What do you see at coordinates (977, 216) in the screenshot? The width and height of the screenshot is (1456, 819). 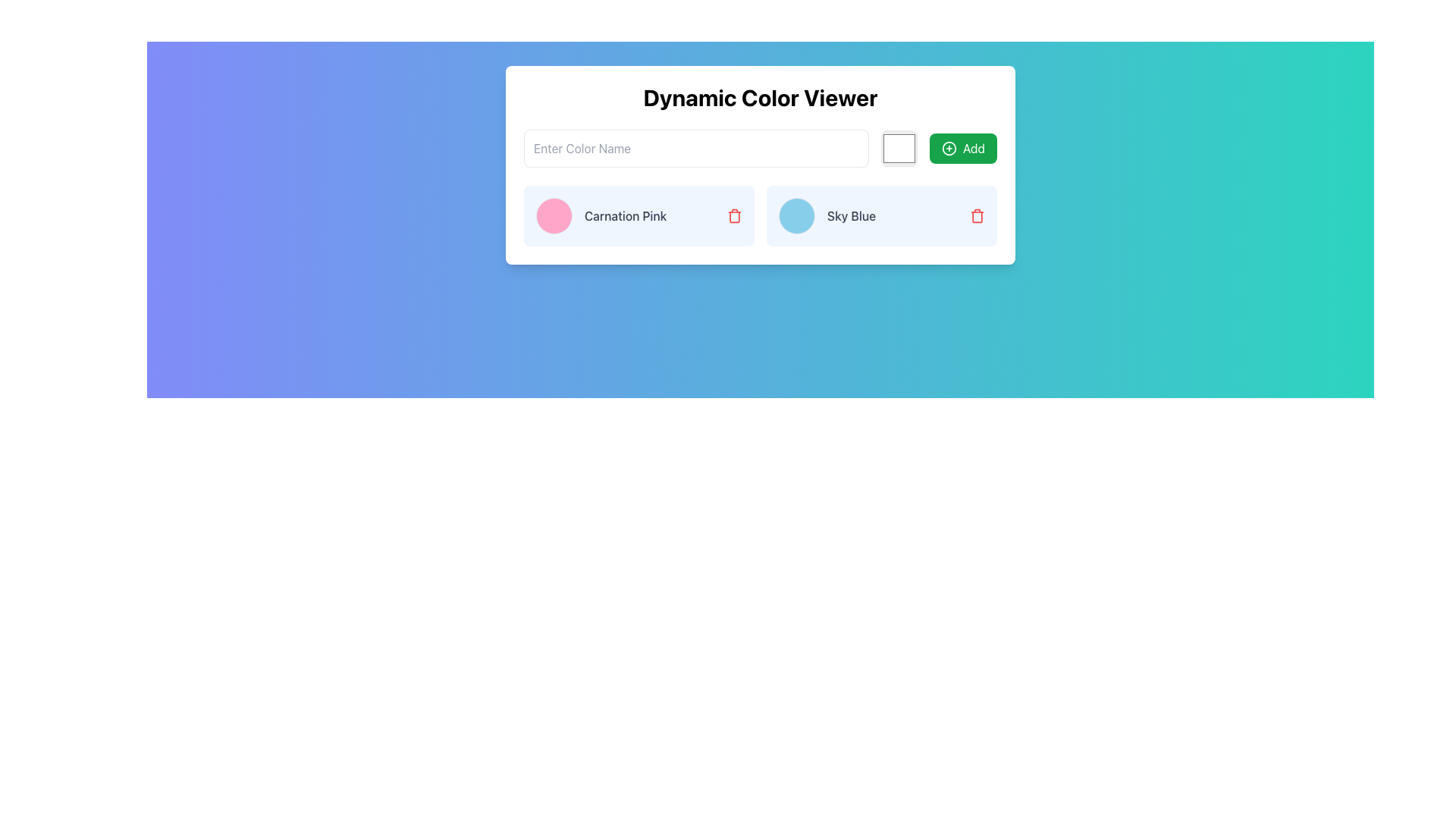 I see `the red trash bin icon located on the far-right side of the 'Sky Blue' item card` at bounding box center [977, 216].